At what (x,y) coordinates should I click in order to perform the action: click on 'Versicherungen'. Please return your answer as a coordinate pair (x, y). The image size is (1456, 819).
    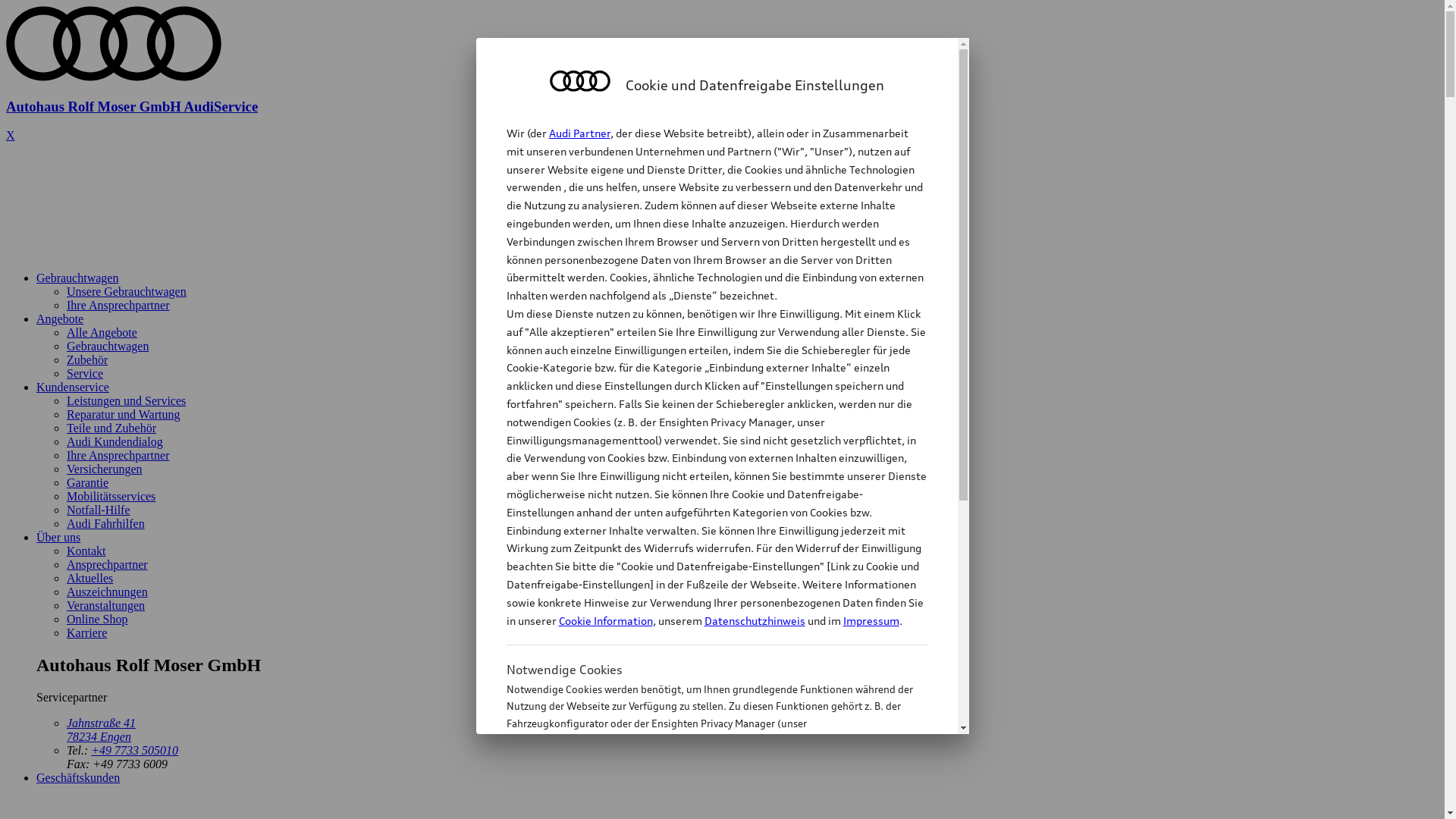
    Looking at the image, I should click on (104, 468).